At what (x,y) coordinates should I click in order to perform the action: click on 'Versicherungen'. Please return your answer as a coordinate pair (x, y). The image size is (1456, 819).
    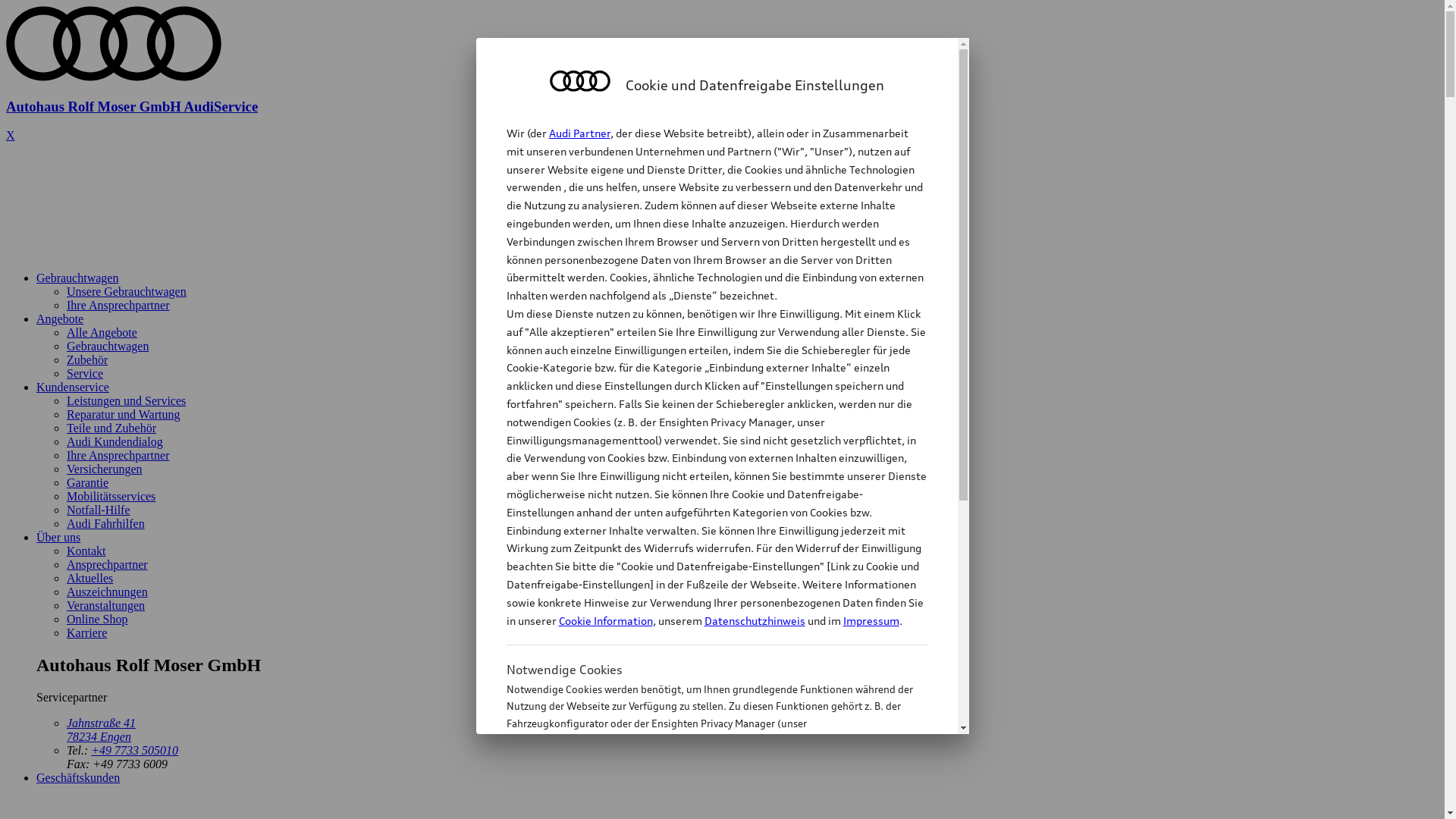
    Looking at the image, I should click on (104, 468).